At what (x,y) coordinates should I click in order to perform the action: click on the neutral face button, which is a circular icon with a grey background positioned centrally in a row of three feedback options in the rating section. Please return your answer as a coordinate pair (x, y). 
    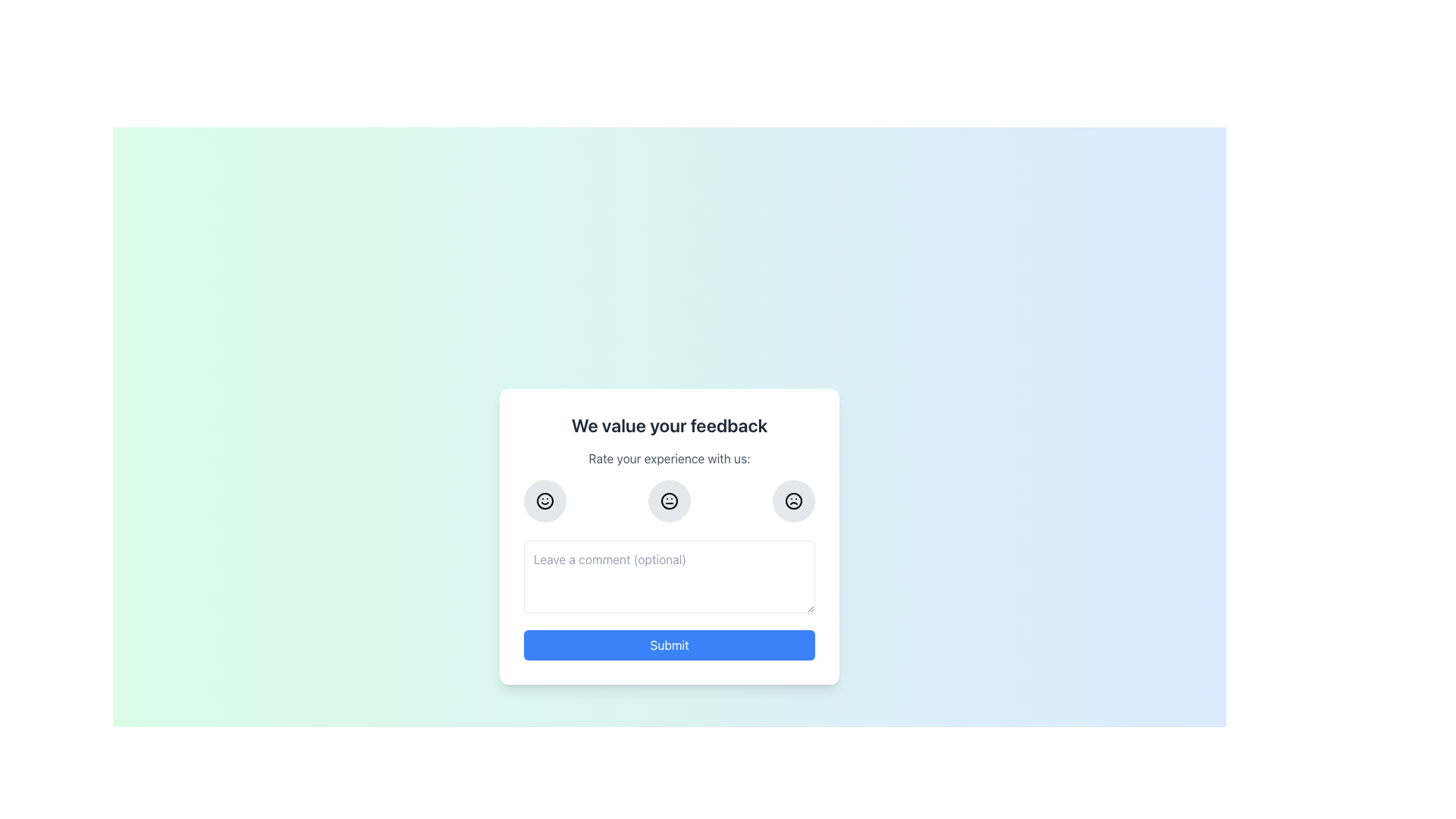
    Looking at the image, I should click on (669, 500).